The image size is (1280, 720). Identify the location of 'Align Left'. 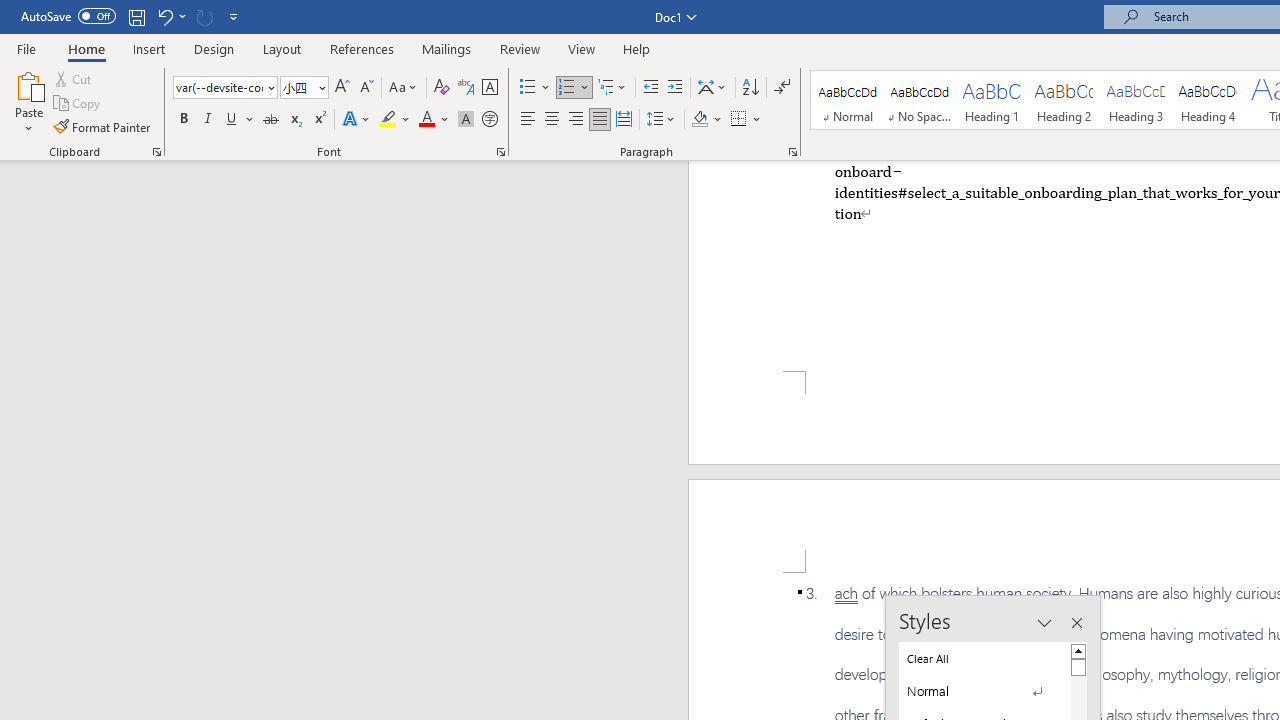
(528, 119).